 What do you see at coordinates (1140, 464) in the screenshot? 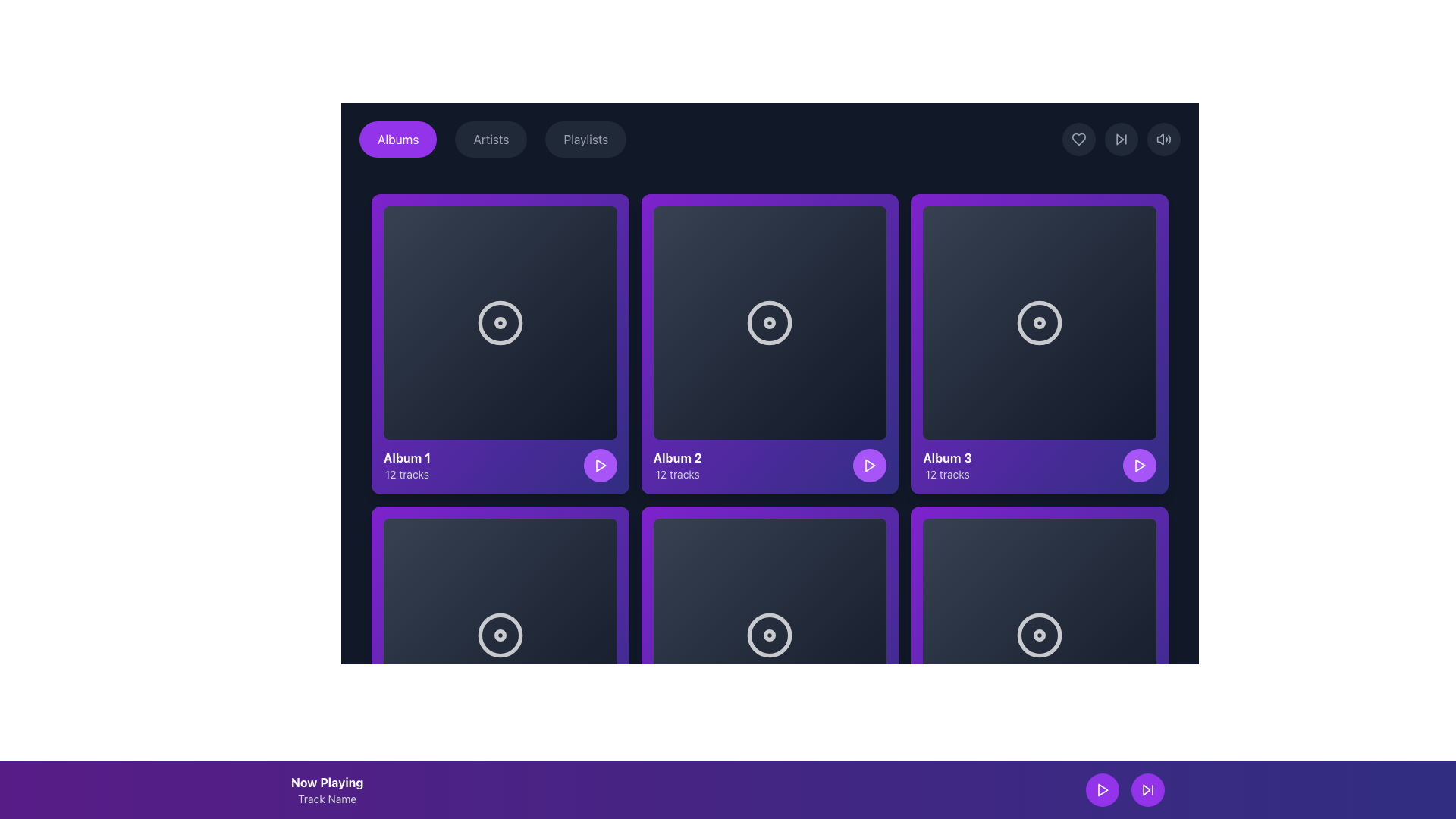
I see `the triangular 'play' icon with a purple background located at the bottom right corner of the card labeled 'Album 3' in the second row, third column of the grid to receive additional interaction feedback` at bounding box center [1140, 464].